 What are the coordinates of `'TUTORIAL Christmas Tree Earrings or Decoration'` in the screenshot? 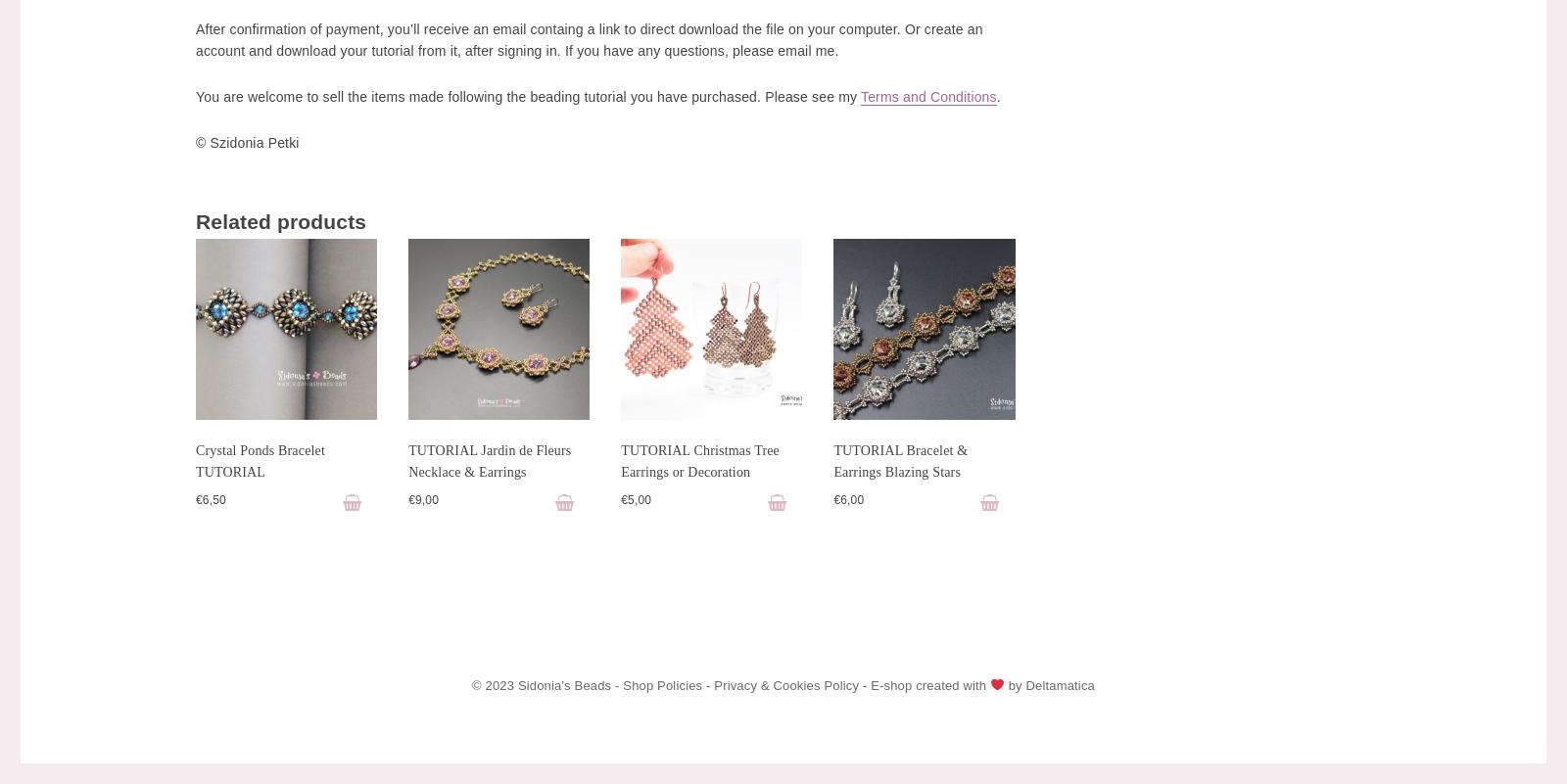 It's located at (700, 460).